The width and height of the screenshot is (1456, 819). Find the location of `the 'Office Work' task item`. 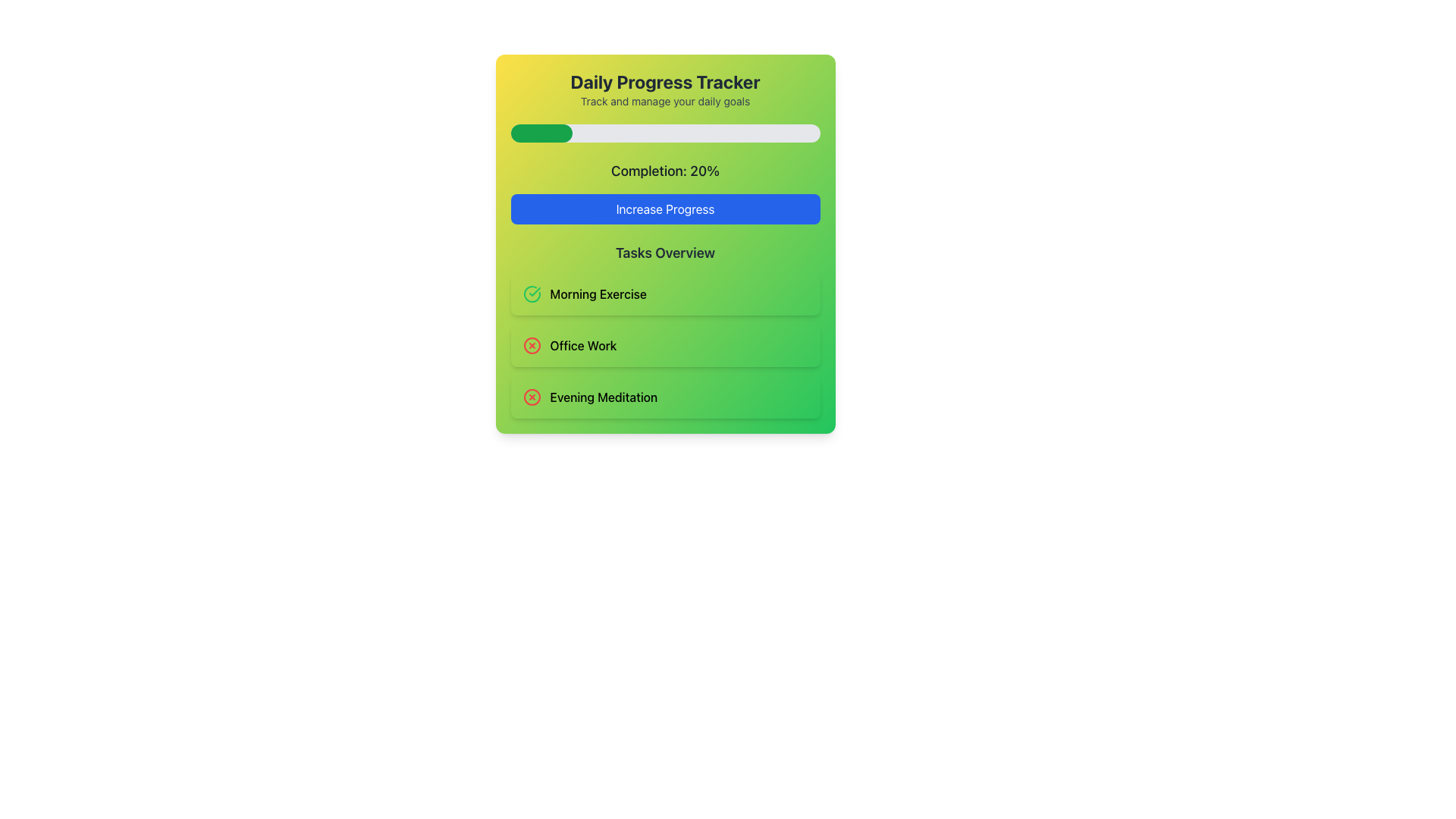

the 'Office Work' task item is located at coordinates (665, 345).